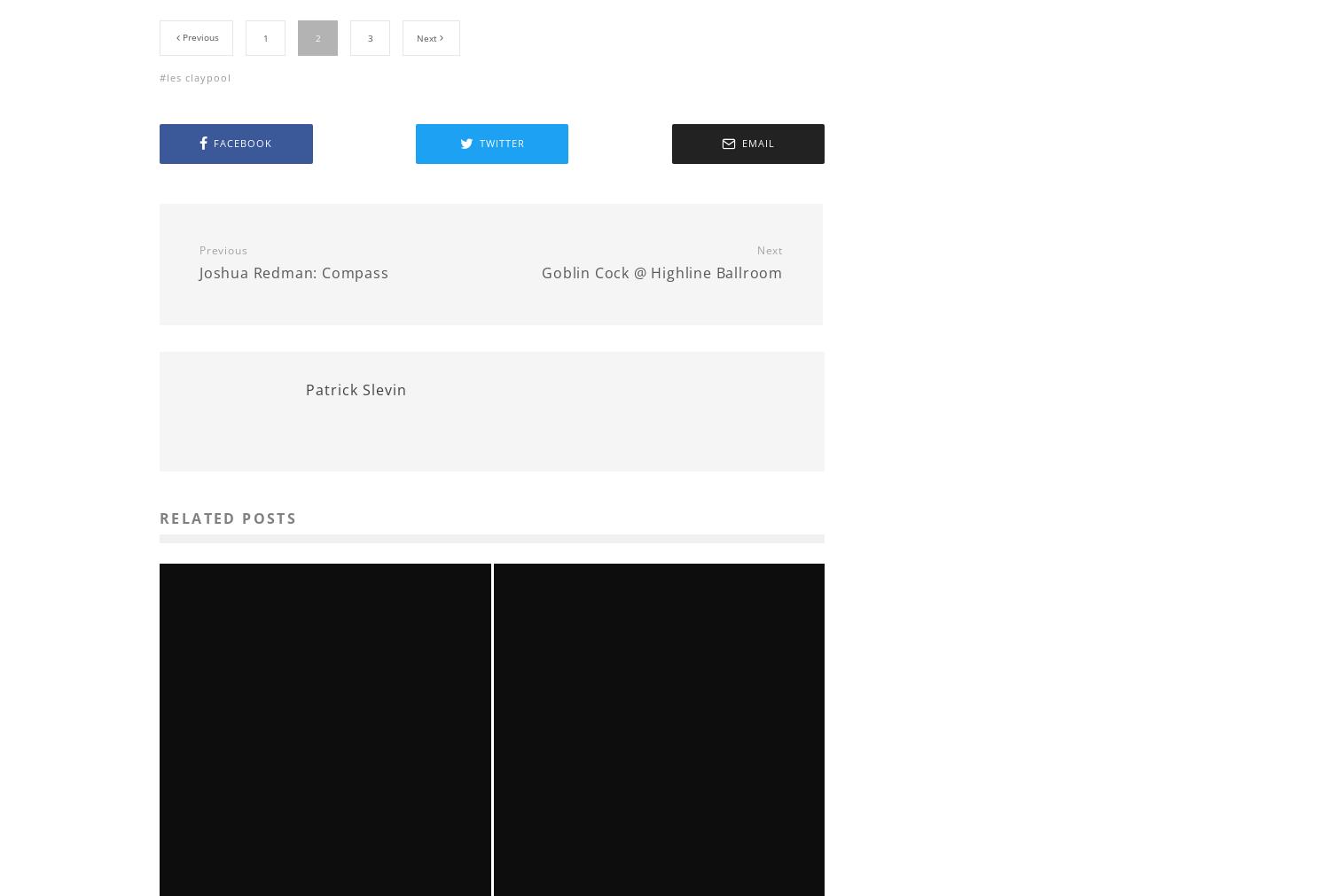 The width and height of the screenshot is (1330, 896). I want to click on 'Goblin Cock @ Highline Ballroom', so click(661, 272).